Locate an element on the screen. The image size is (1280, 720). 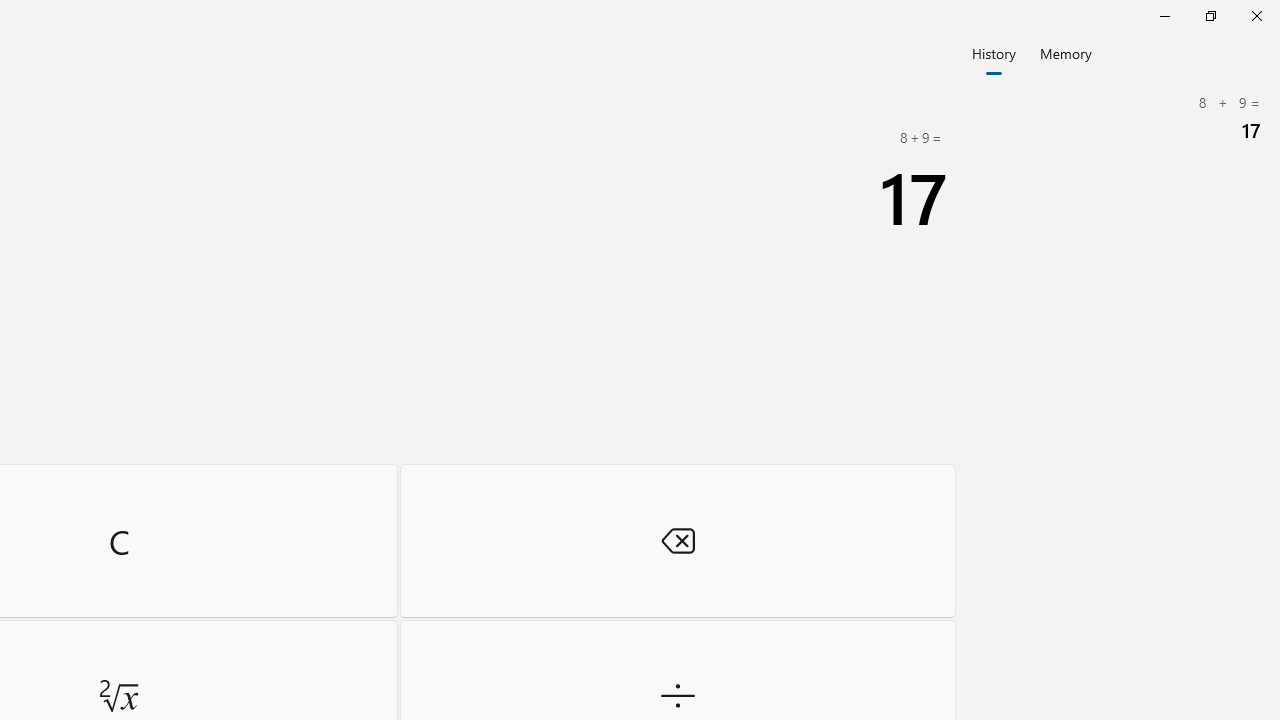
'Close Calculator' is located at coordinates (1255, 15).